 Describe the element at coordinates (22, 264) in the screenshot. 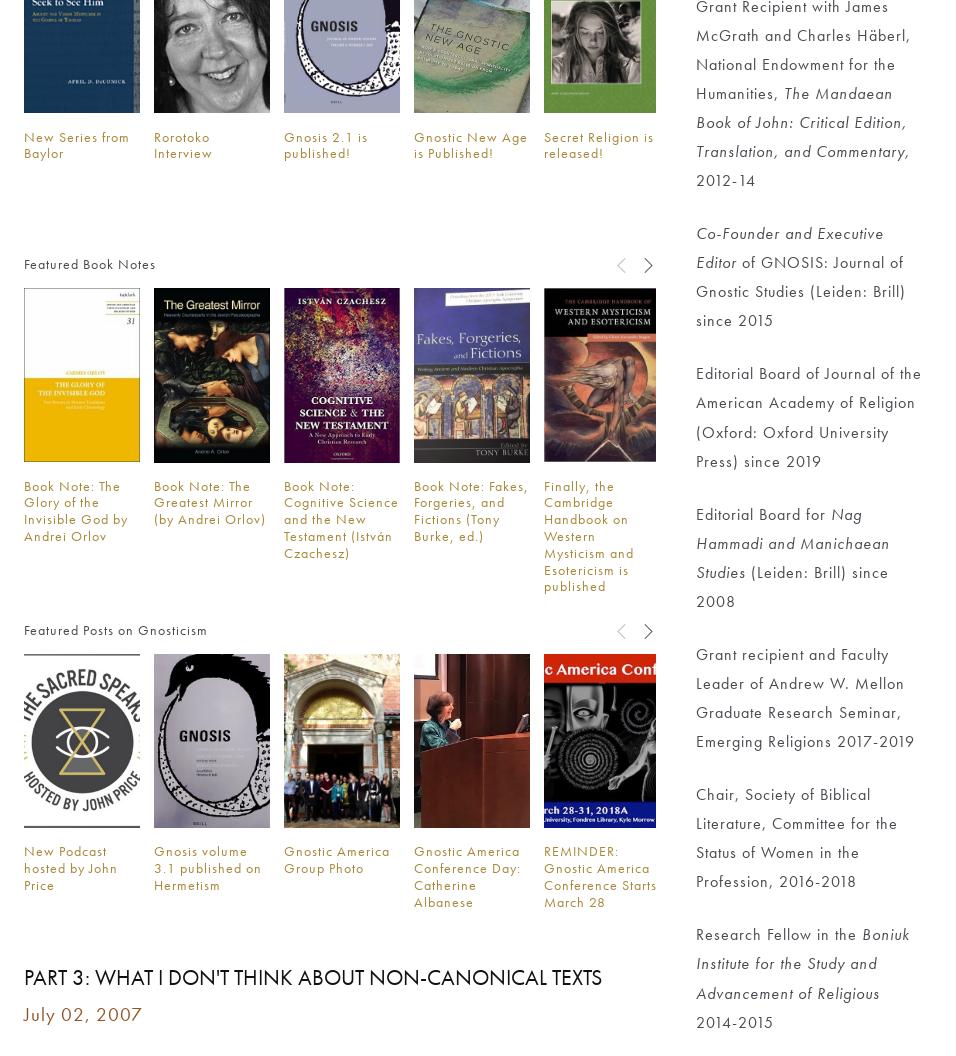

I see `'Featured Book Notes'` at that location.